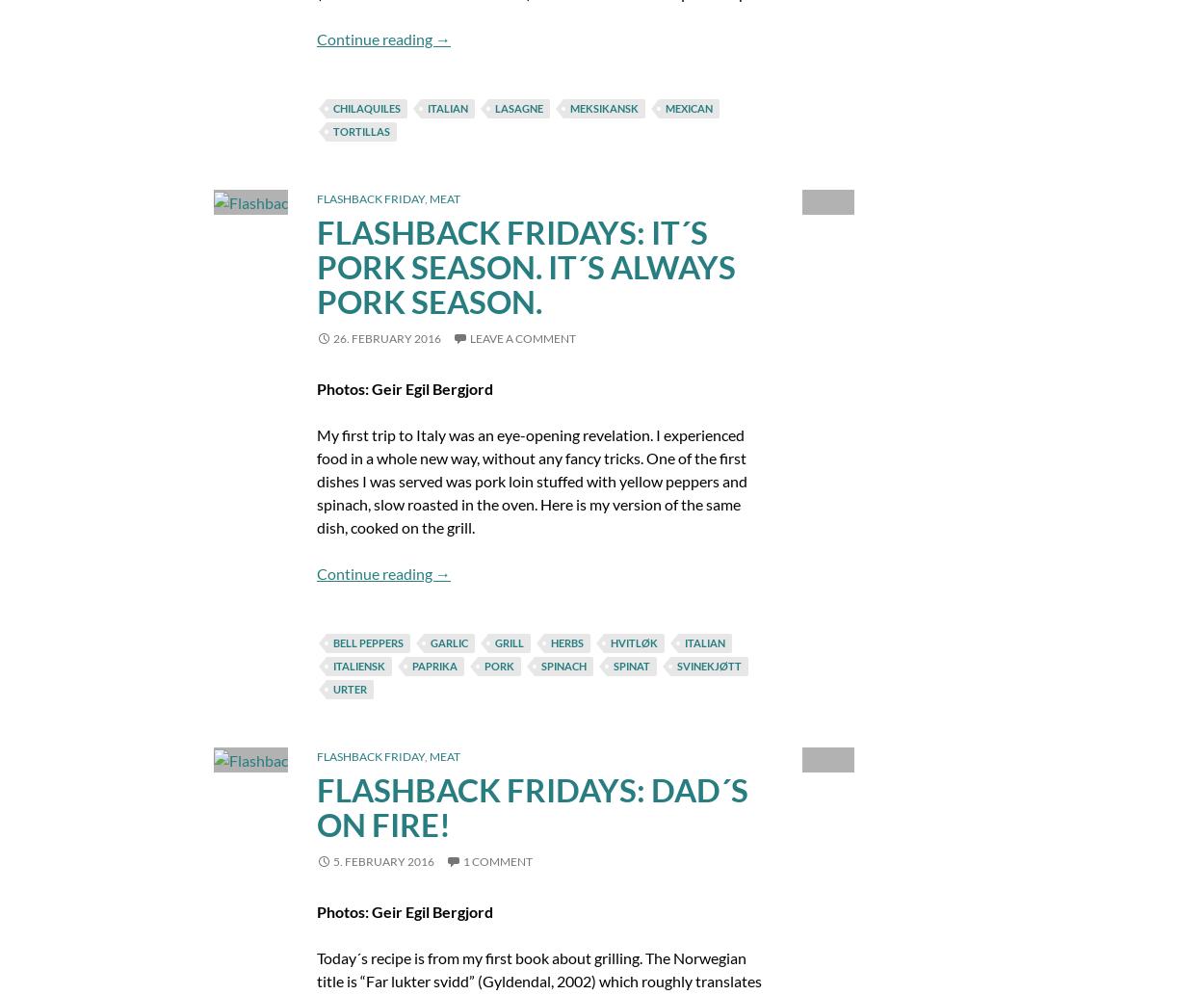  Describe the element at coordinates (331, 688) in the screenshot. I see `'urter'` at that location.